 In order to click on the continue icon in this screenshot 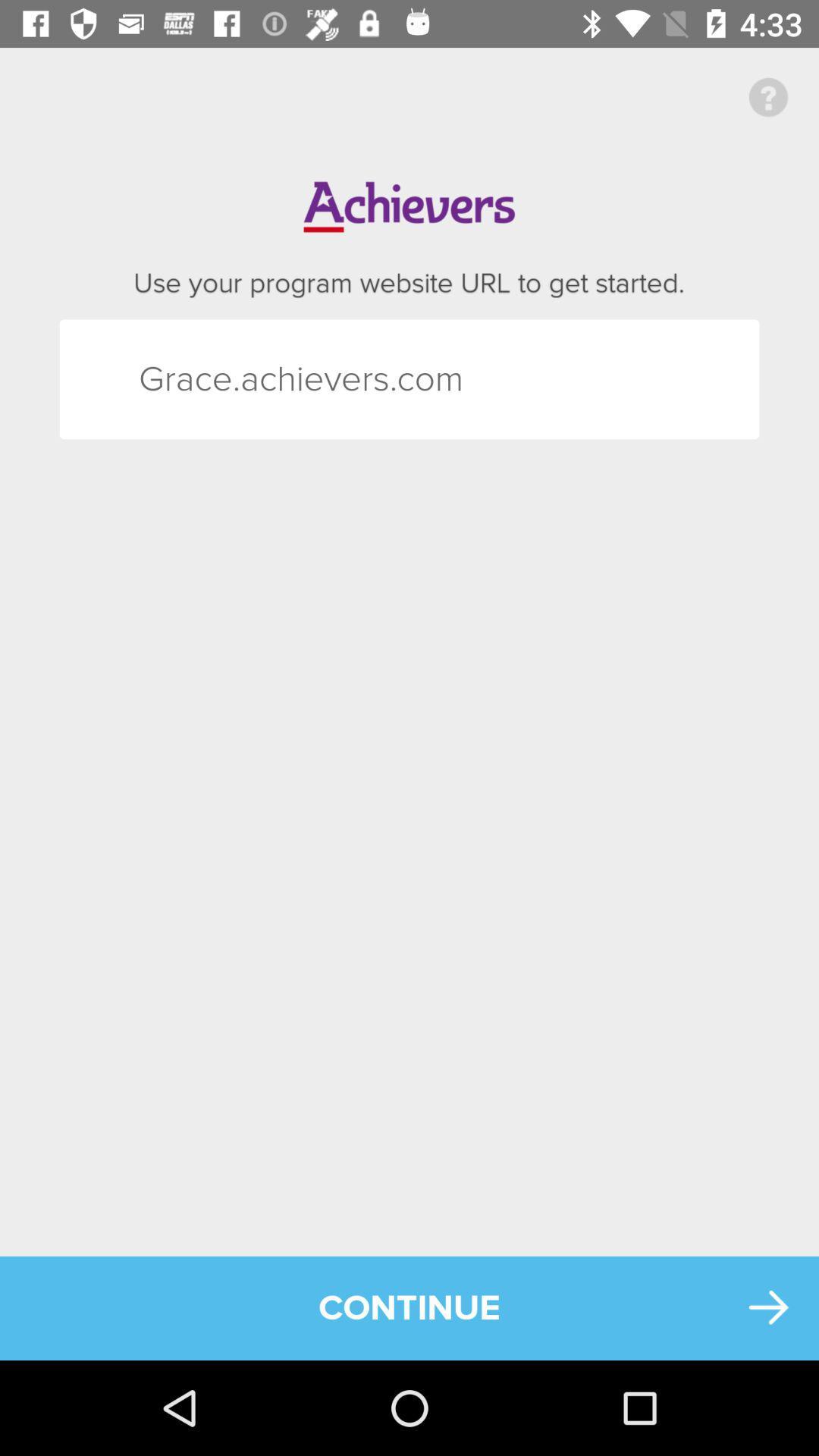, I will do `click(409, 1307)`.